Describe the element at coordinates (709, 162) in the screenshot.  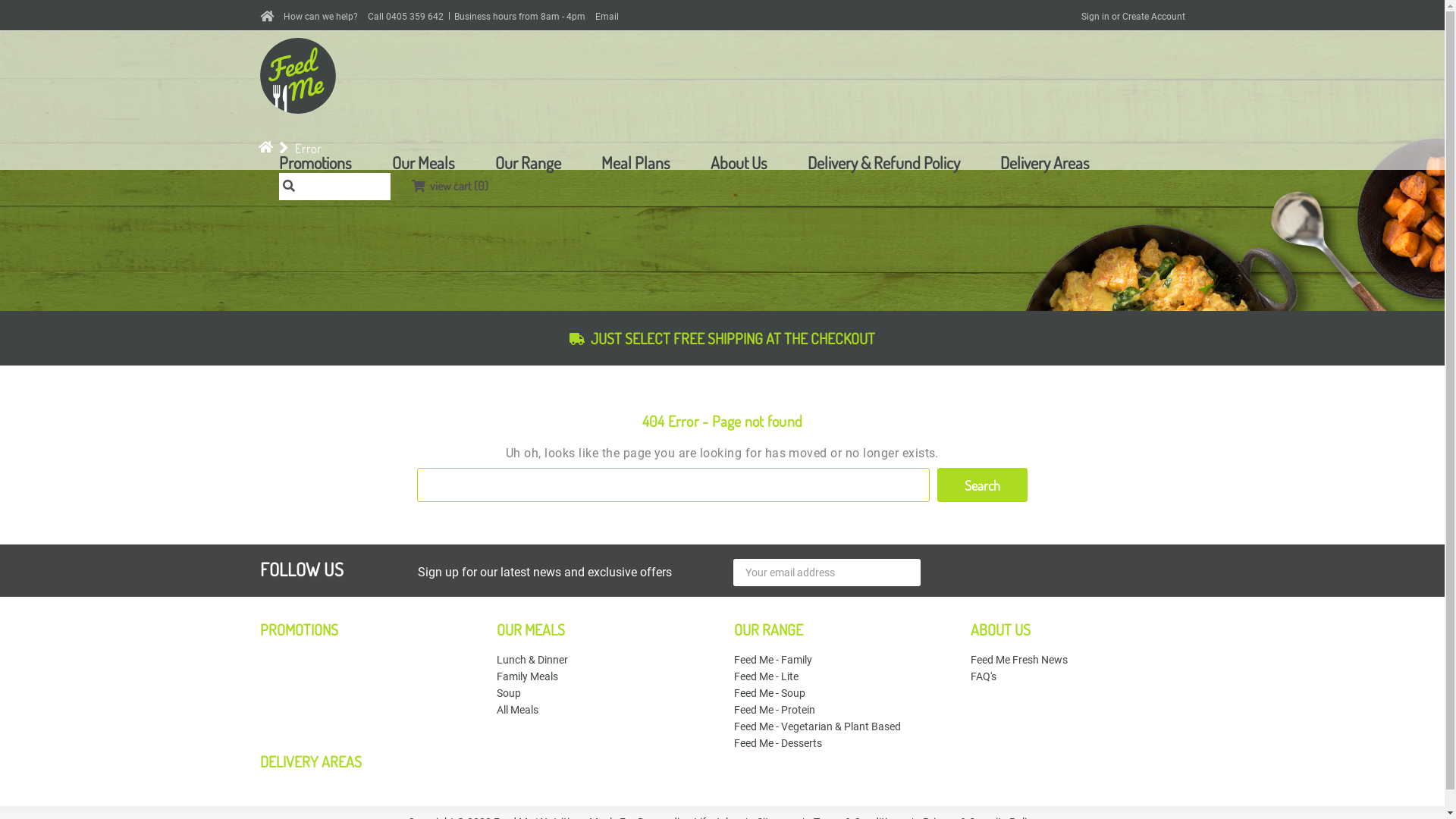
I see `'About Us'` at that location.